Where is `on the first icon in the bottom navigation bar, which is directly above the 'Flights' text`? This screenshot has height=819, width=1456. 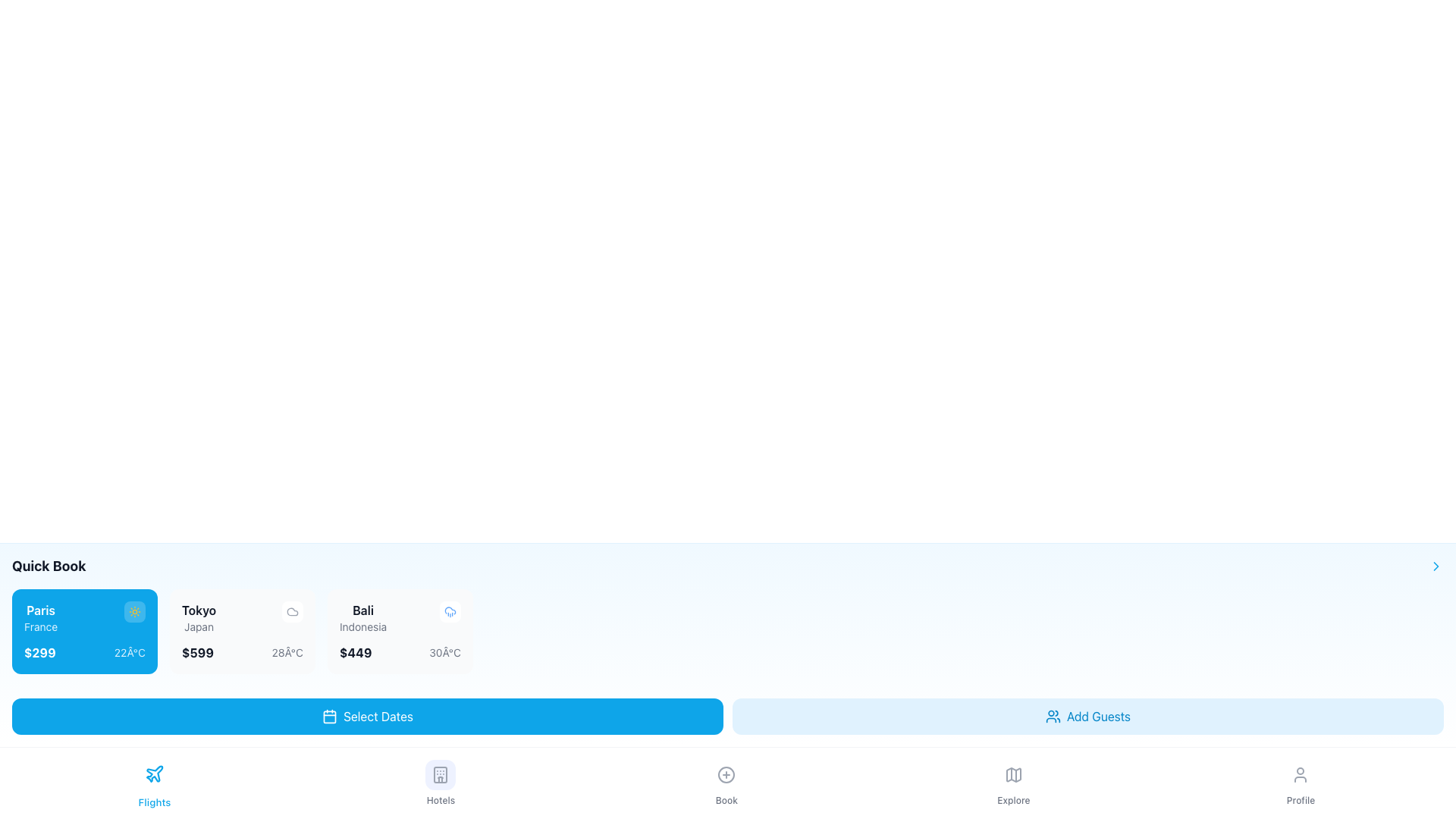 on the first icon in the bottom navigation bar, which is directly above the 'Flights' text is located at coordinates (155, 773).